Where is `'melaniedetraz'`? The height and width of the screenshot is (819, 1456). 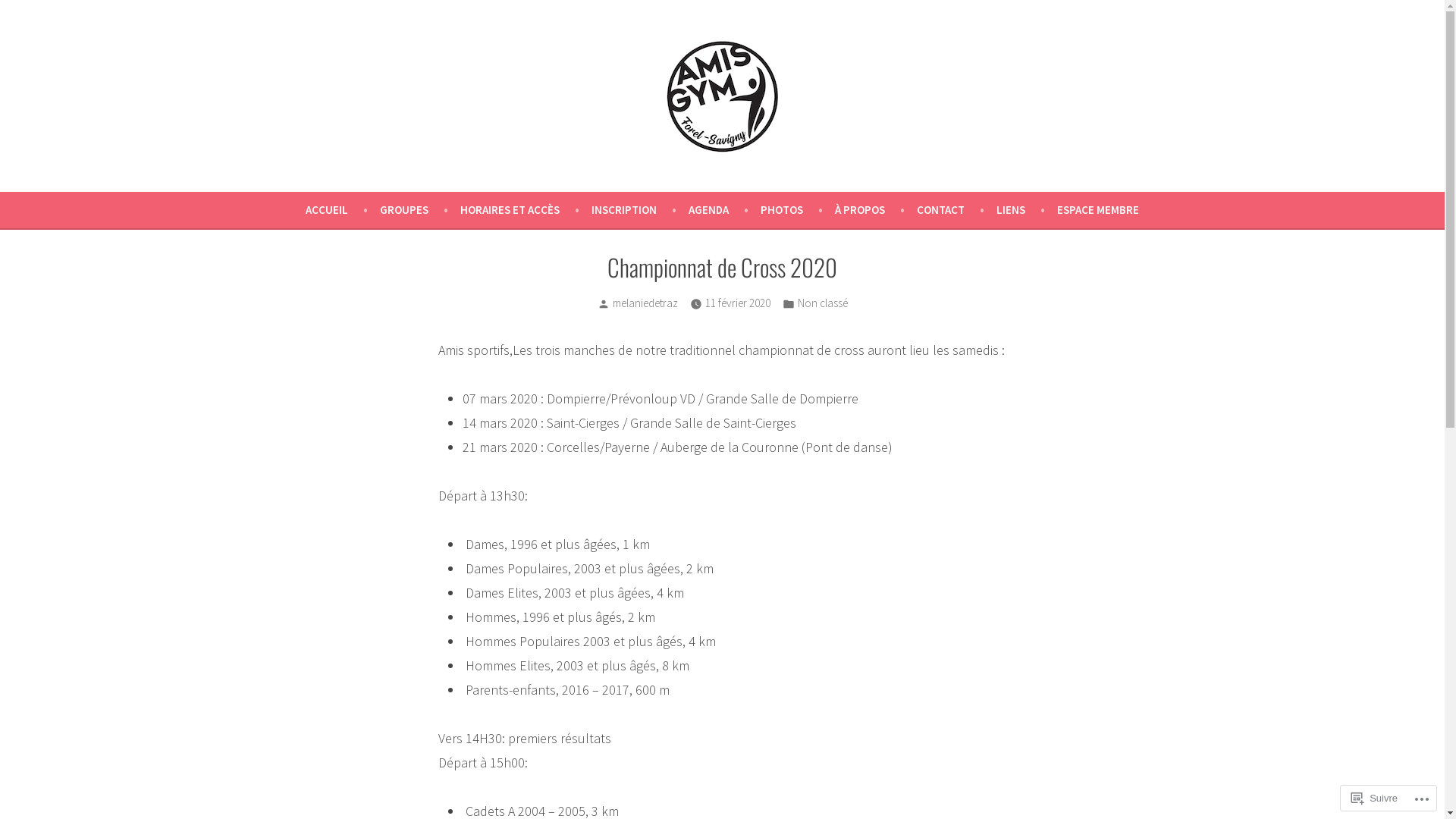
'melaniedetraz' is located at coordinates (645, 303).